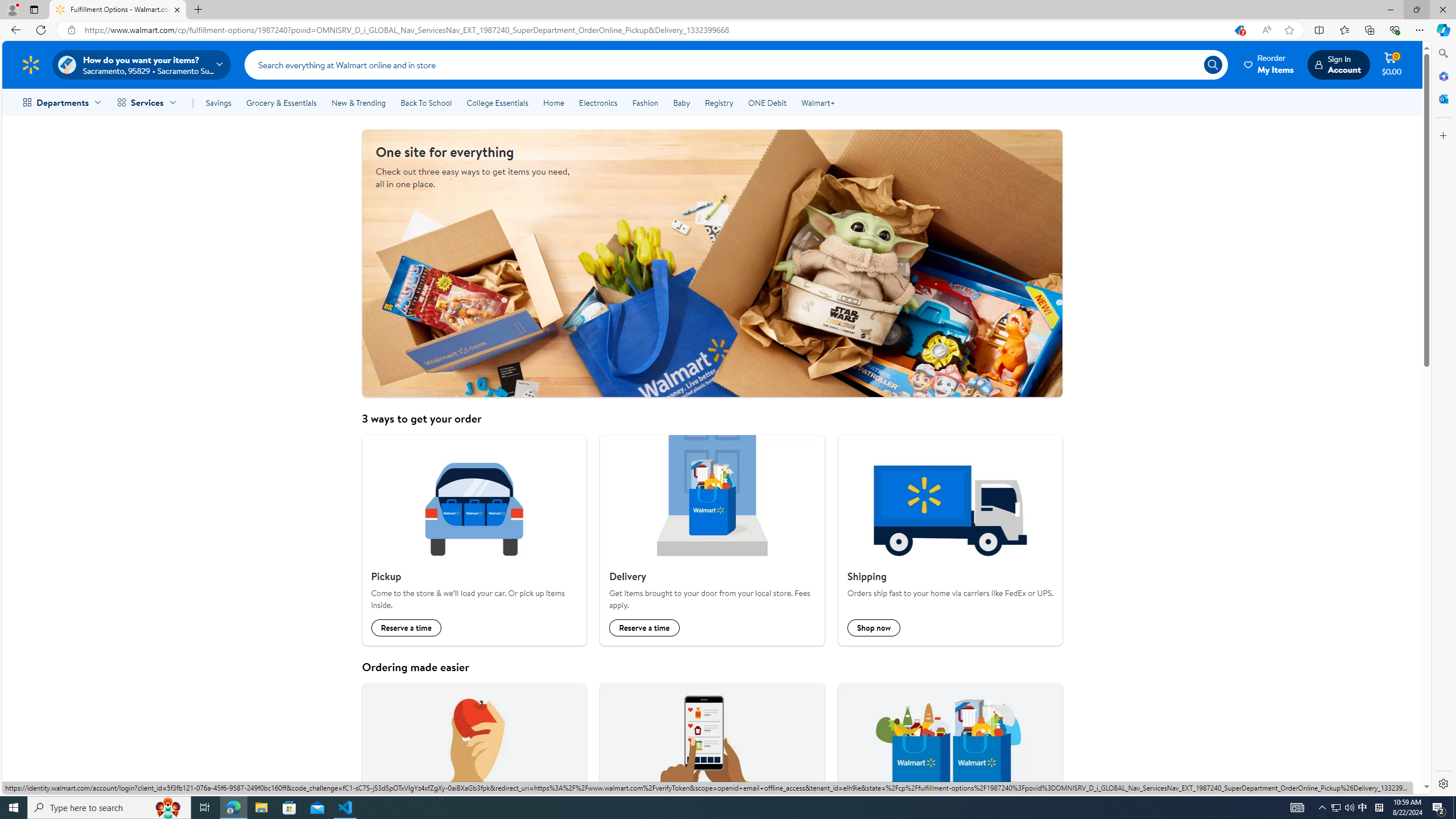 This screenshot has width=1456, height=819. Describe the element at coordinates (218, 102) in the screenshot. I see `'Savings'` at that location.